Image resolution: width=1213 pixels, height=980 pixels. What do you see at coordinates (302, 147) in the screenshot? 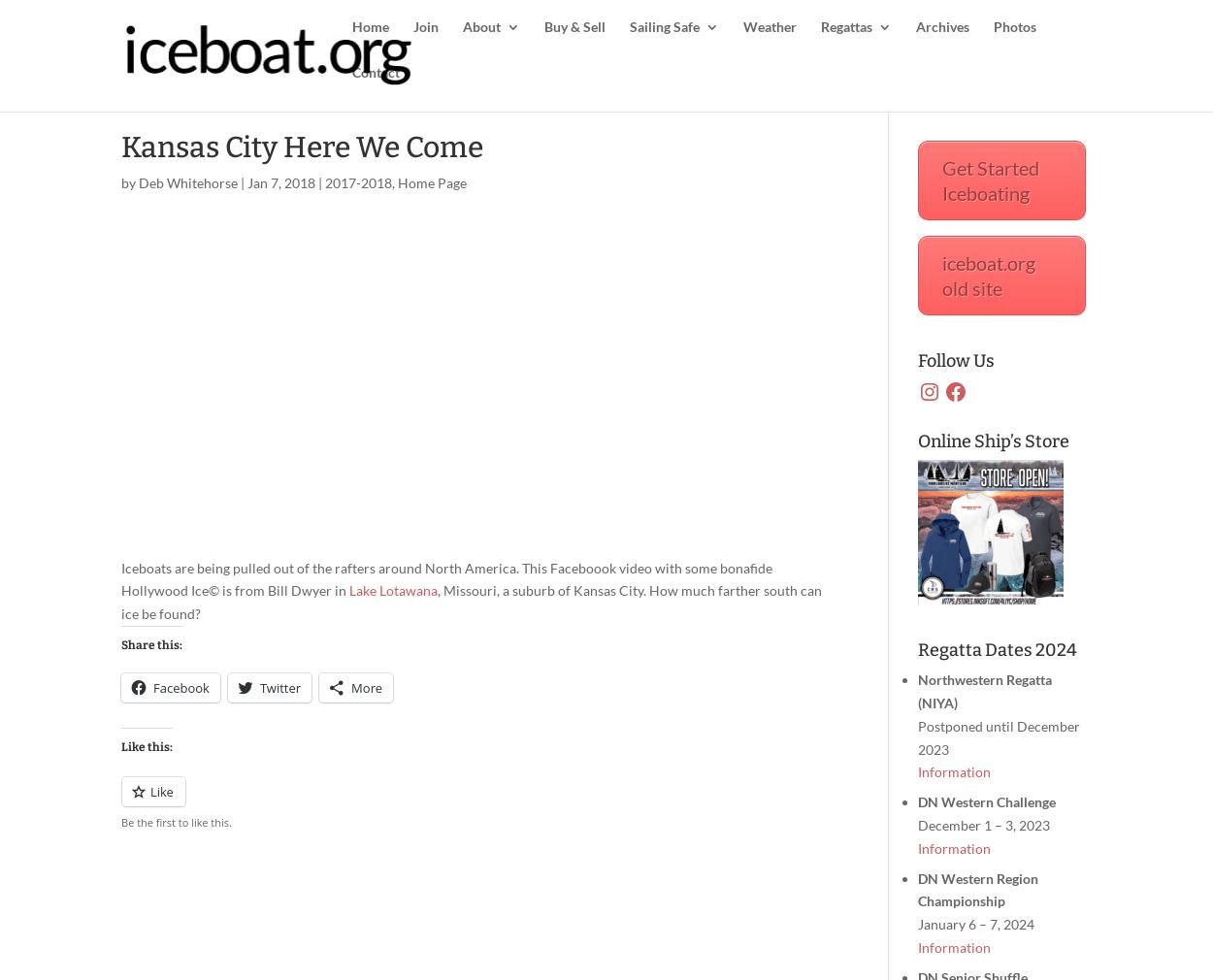
I see `'Kansas City Here We Come'` at bounding box center [302, 147].